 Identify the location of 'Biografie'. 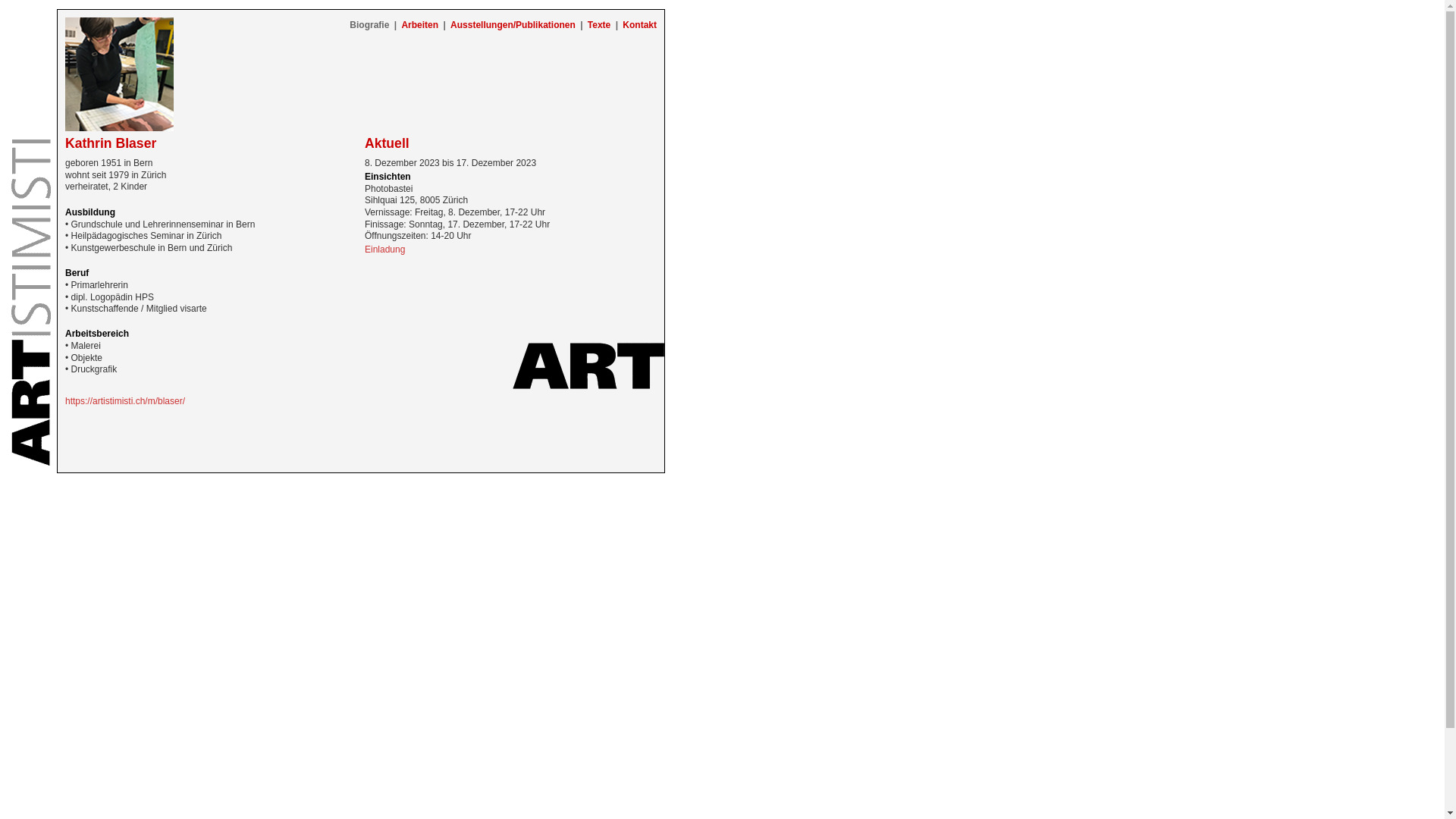
(346, 25).